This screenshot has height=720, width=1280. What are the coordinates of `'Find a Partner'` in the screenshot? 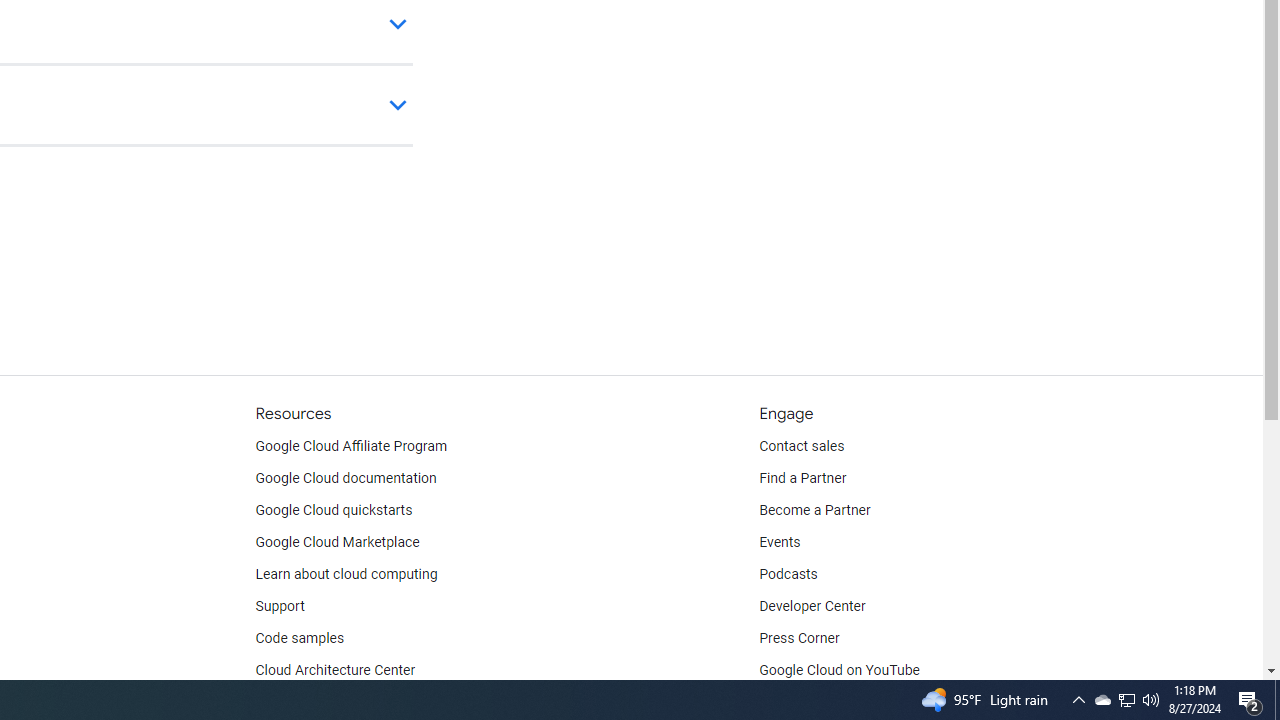 It's located at (803, 479).